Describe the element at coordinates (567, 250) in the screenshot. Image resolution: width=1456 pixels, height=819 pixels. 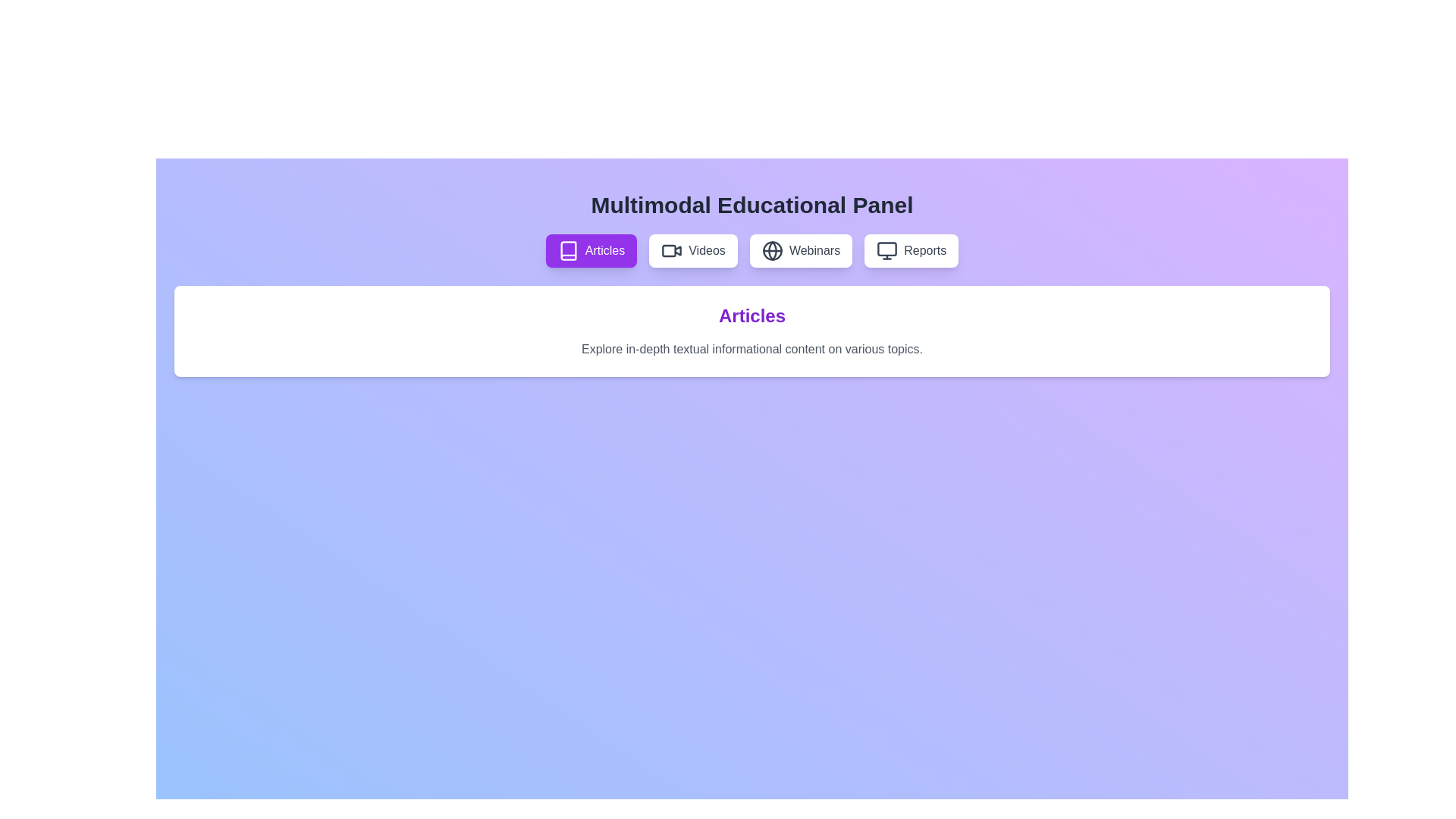
I see `the vector graphic icon representing the 'Articles' section` at that location.